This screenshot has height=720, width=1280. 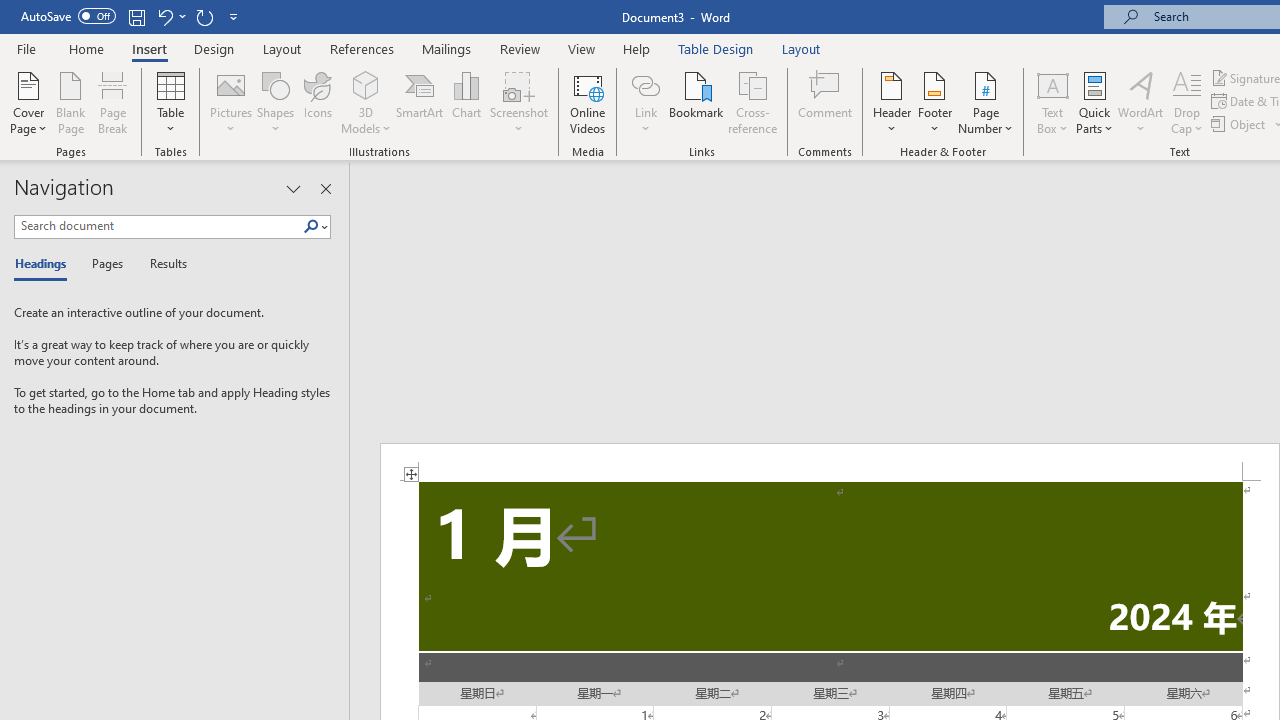 What do you see at coordinates (1239, 124) in the screenshot?
I see `'Object...'` at bounding box center [1239, 124].